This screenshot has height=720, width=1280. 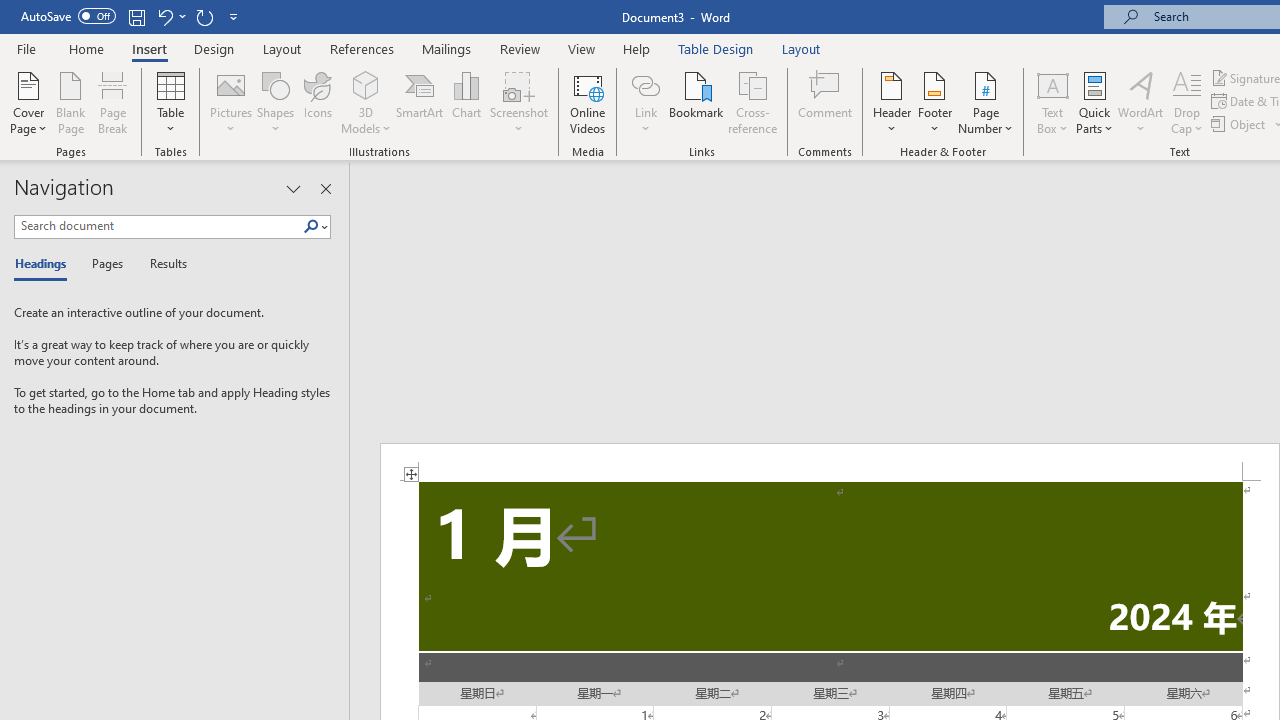 What do you see at coordinates (1239, 124) in the screenshot?
I see `'Object...'` at bounding box center [1239, 124].